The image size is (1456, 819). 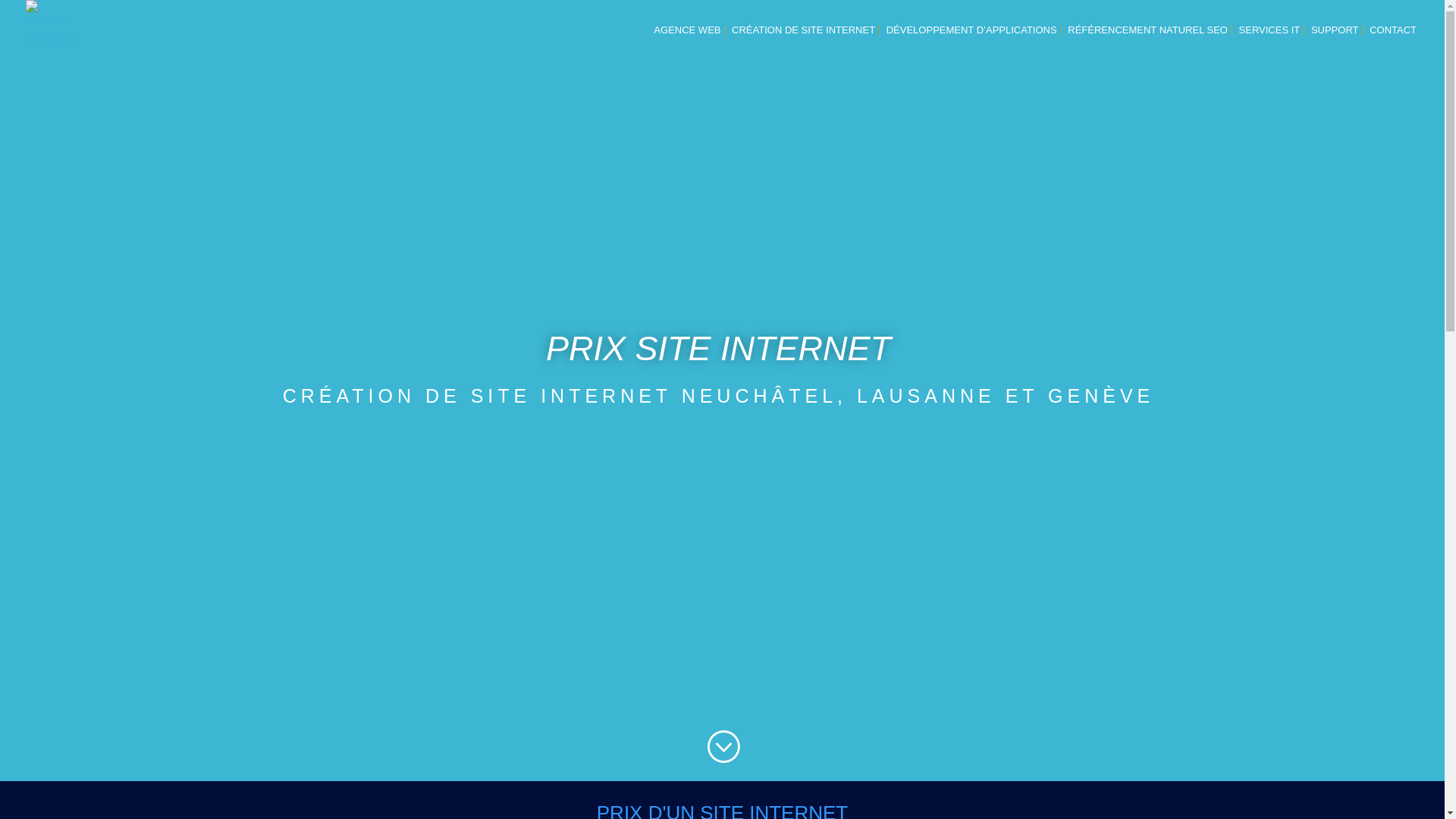 I want to click on 'SUPPORT', so click(x=1335, y=42).